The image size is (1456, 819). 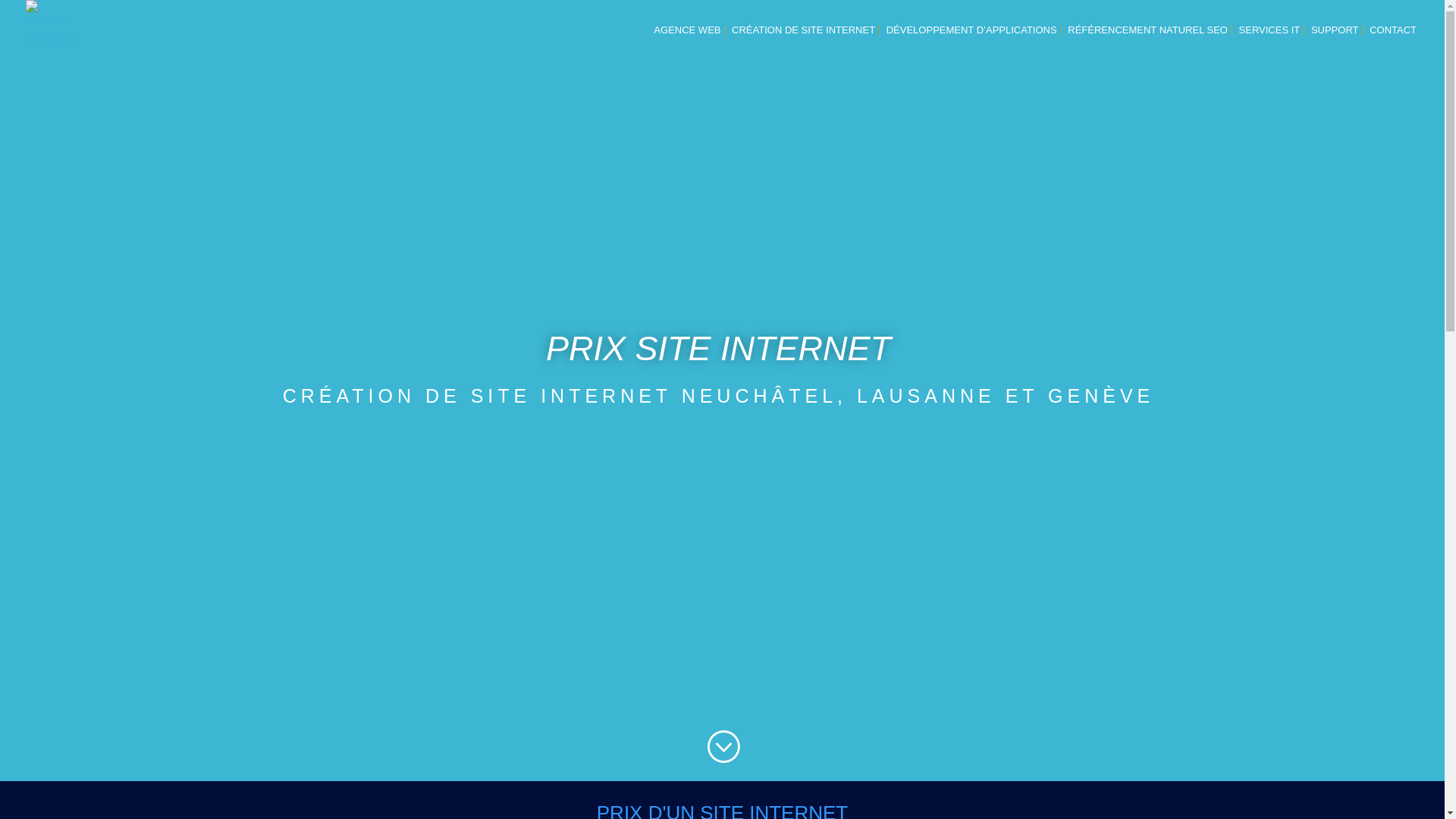 I want to click on 'SUPPORT', so click(x=1335, y=42).